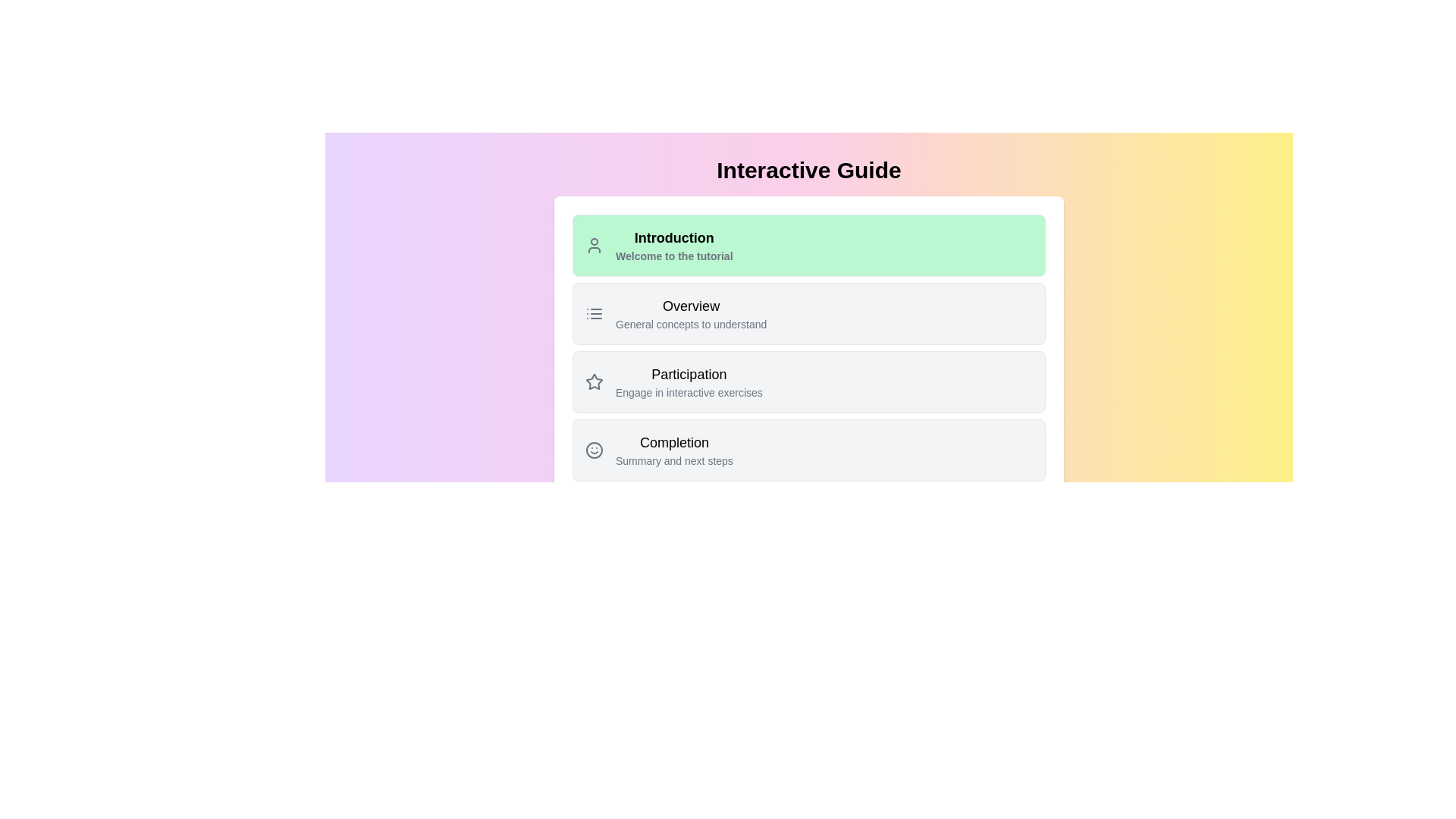 The image size is (1456, 819). What do you see at coordinates (673, 460) in the screenshot?
I see `the Text label that provides additional information related to the 'Completion' step in the guide, positioned below 'Participation'` at bounding box center [673, 460].